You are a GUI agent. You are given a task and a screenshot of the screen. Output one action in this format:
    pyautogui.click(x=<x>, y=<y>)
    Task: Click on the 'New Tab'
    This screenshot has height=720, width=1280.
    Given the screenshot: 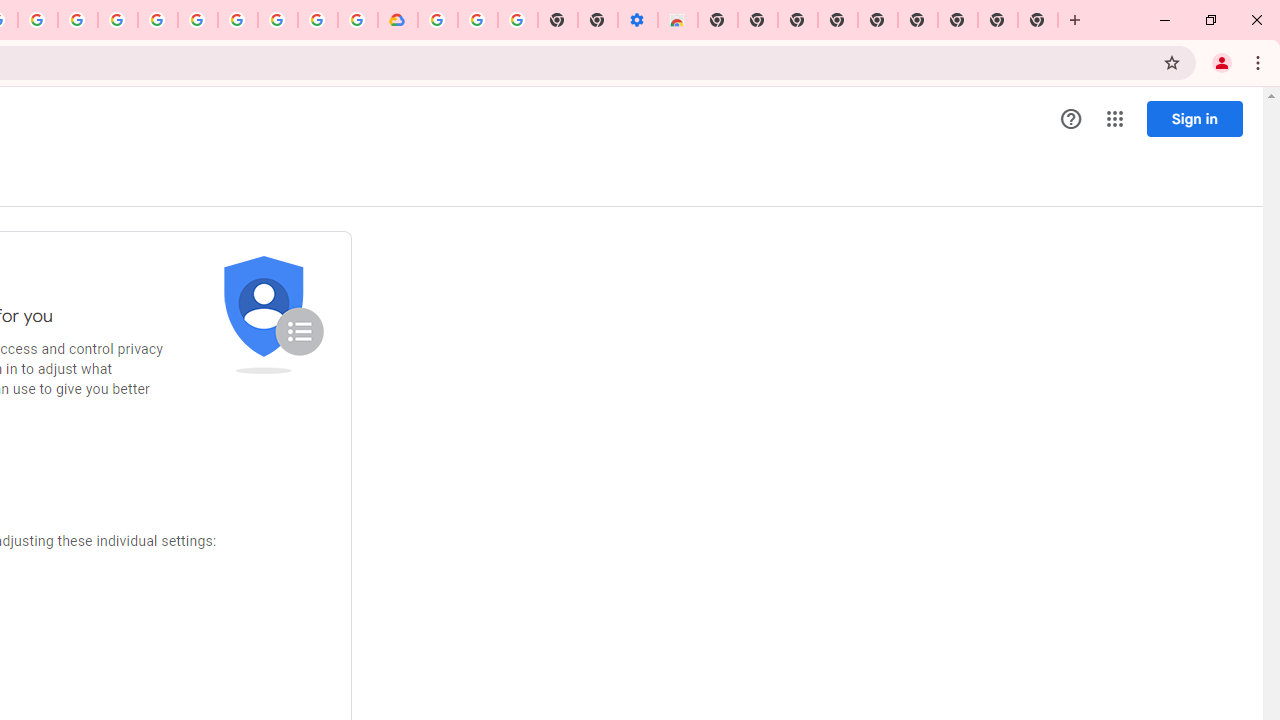 What is the action you would take?
    pyautogui.click(x=1038, y=20)
    